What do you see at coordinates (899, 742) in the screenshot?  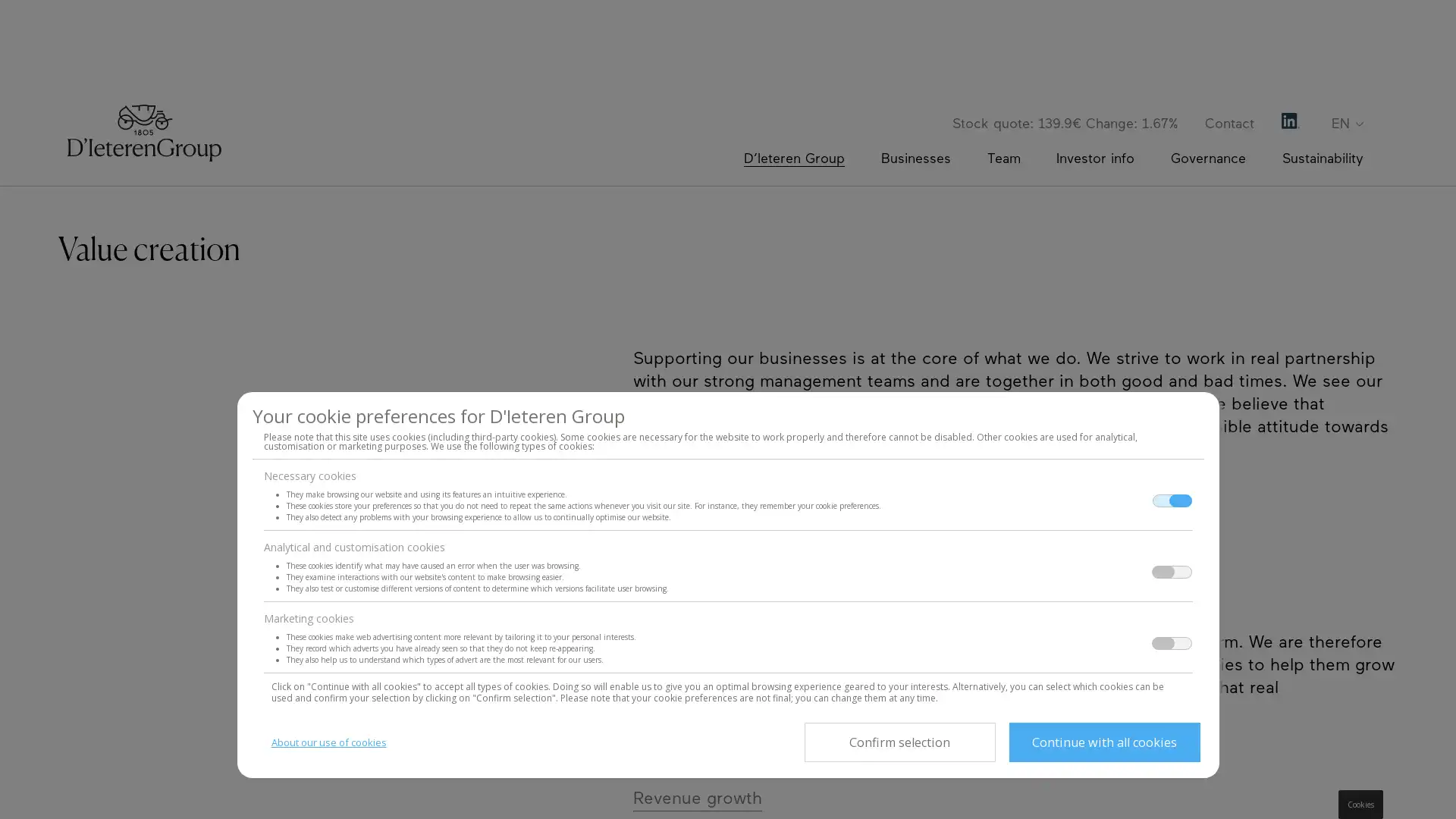 I see `Save Consent Preferences` at bounding box center [899, 742].